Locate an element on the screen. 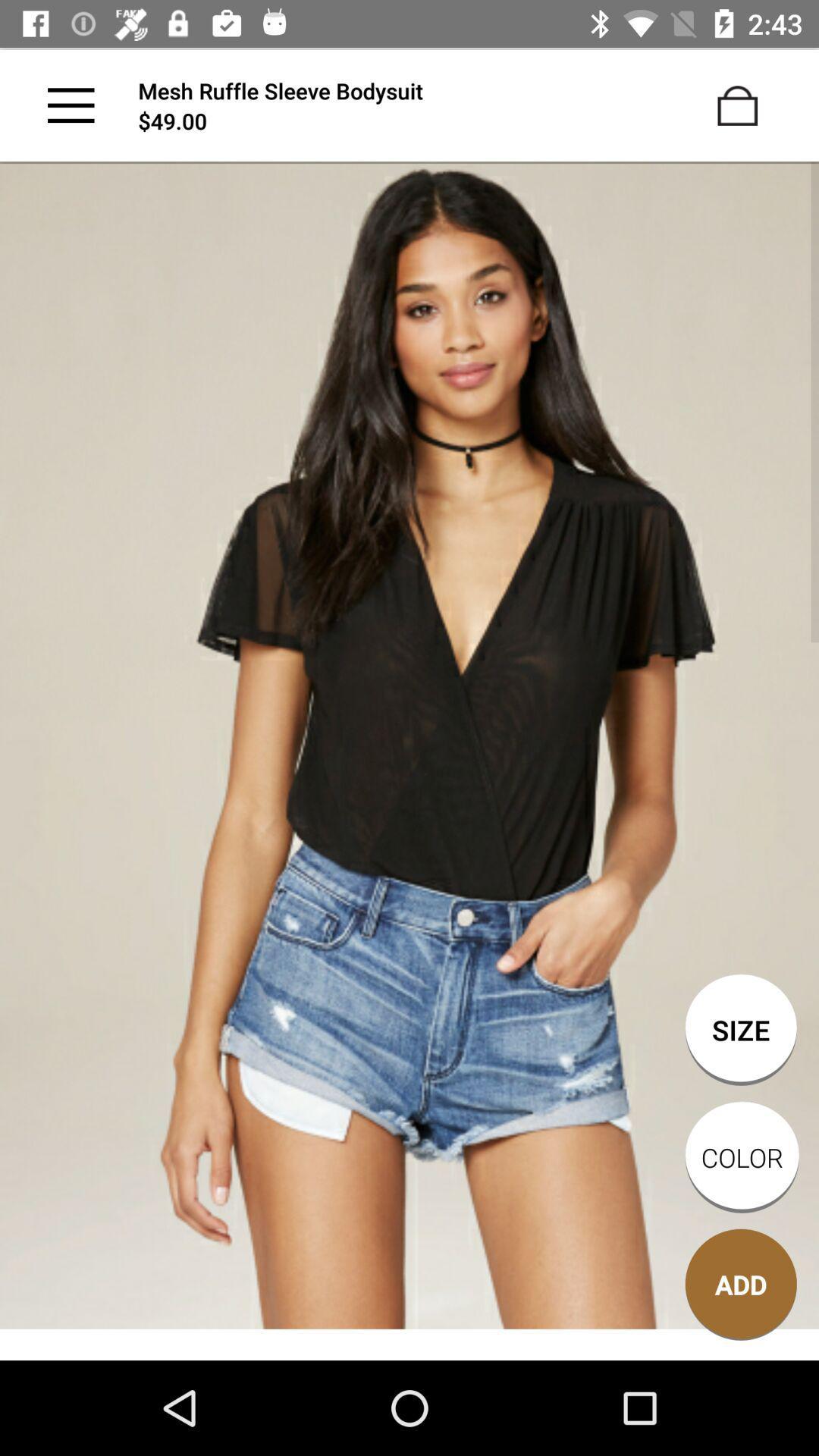 The image size is (819, 1456). toggles a more option is located at coordinates (71, 105).